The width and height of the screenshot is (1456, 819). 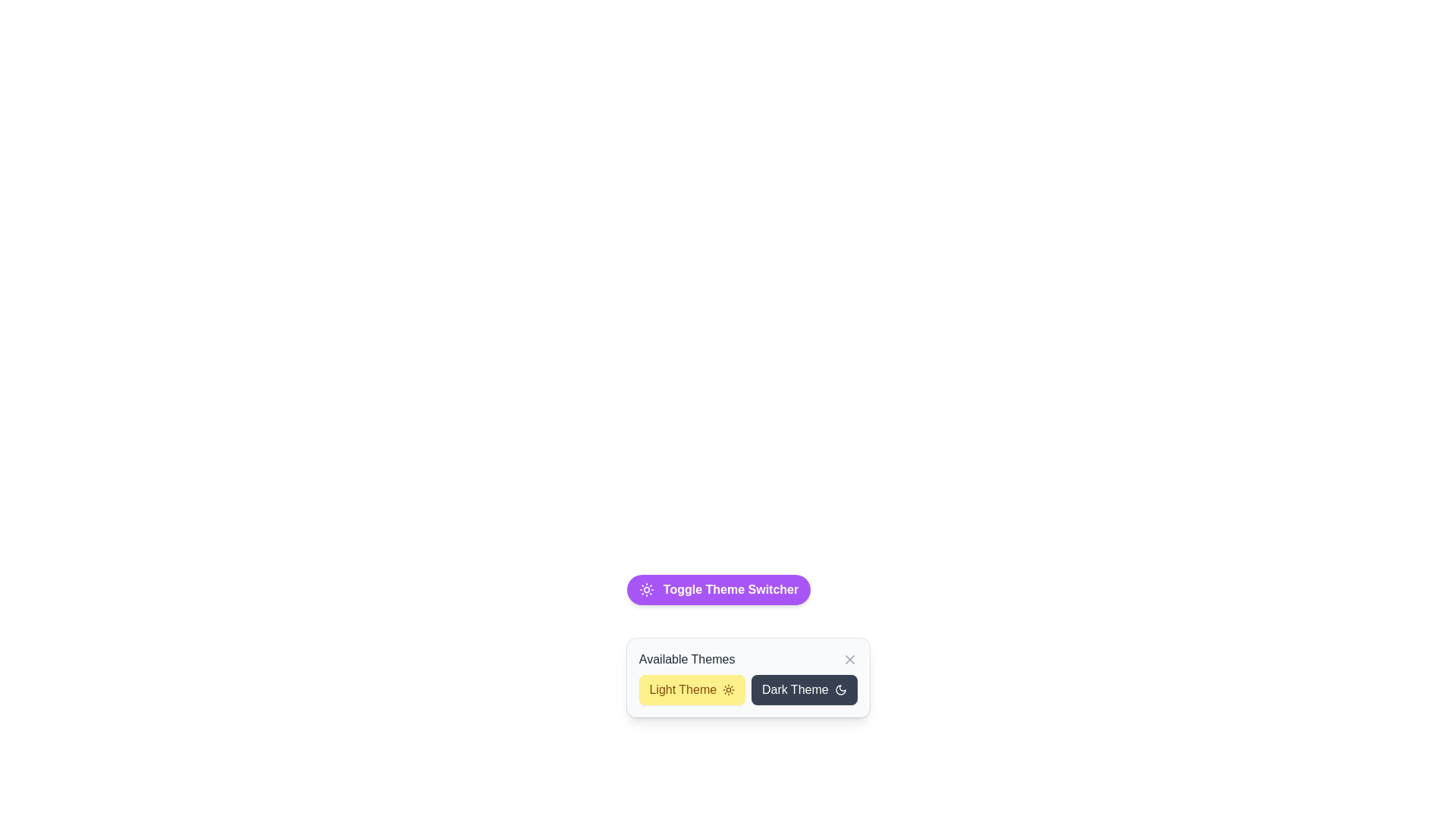 What do you see at coordinates (718, 589) in the screenshot?
I see `the toggle button for switching between different visual themes of the application` at bounding box center [718, 589].